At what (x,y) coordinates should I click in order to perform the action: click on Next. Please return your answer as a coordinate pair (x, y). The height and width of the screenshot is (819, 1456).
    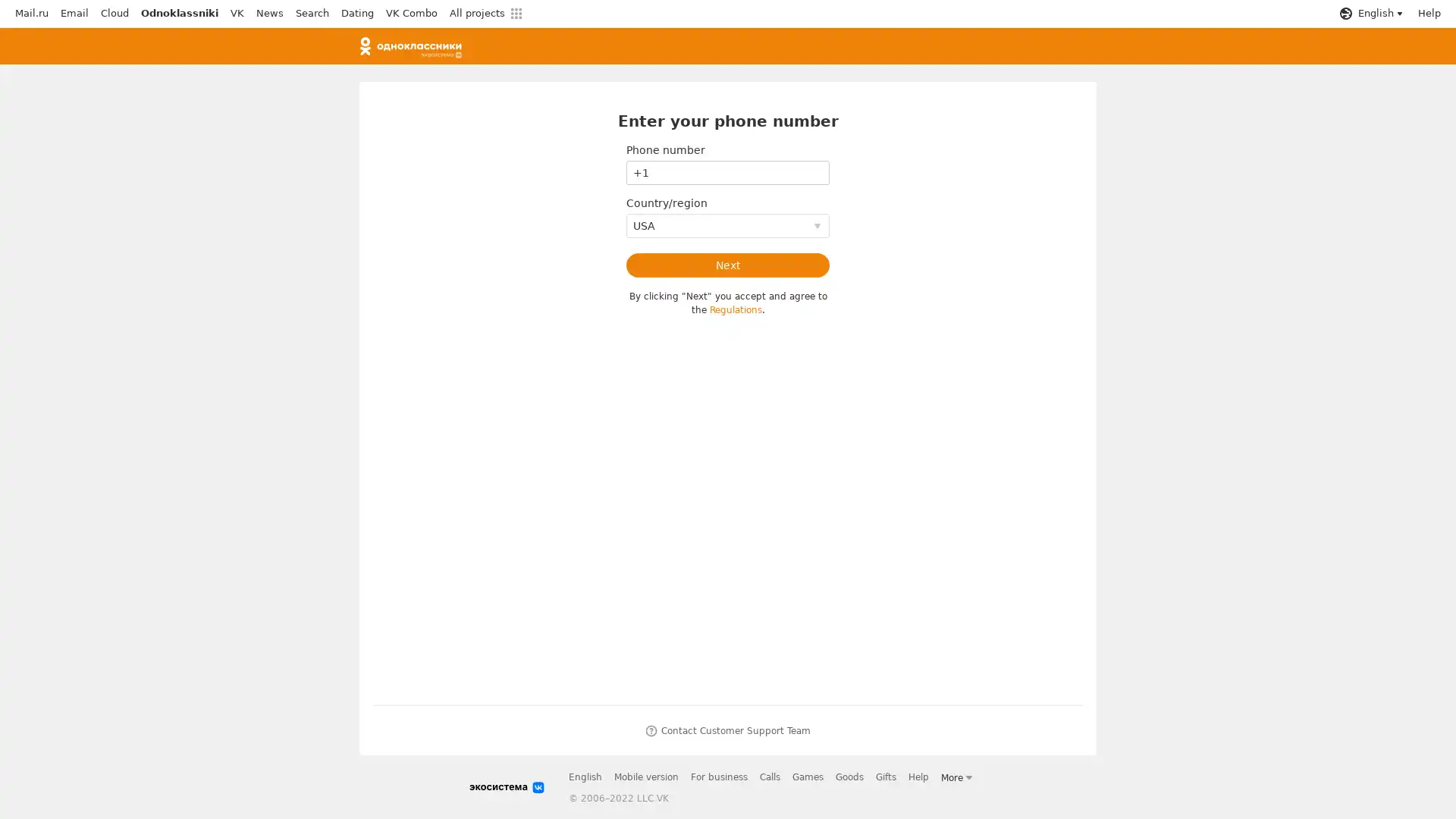
    Looking at the image, I should click on (728, 265).